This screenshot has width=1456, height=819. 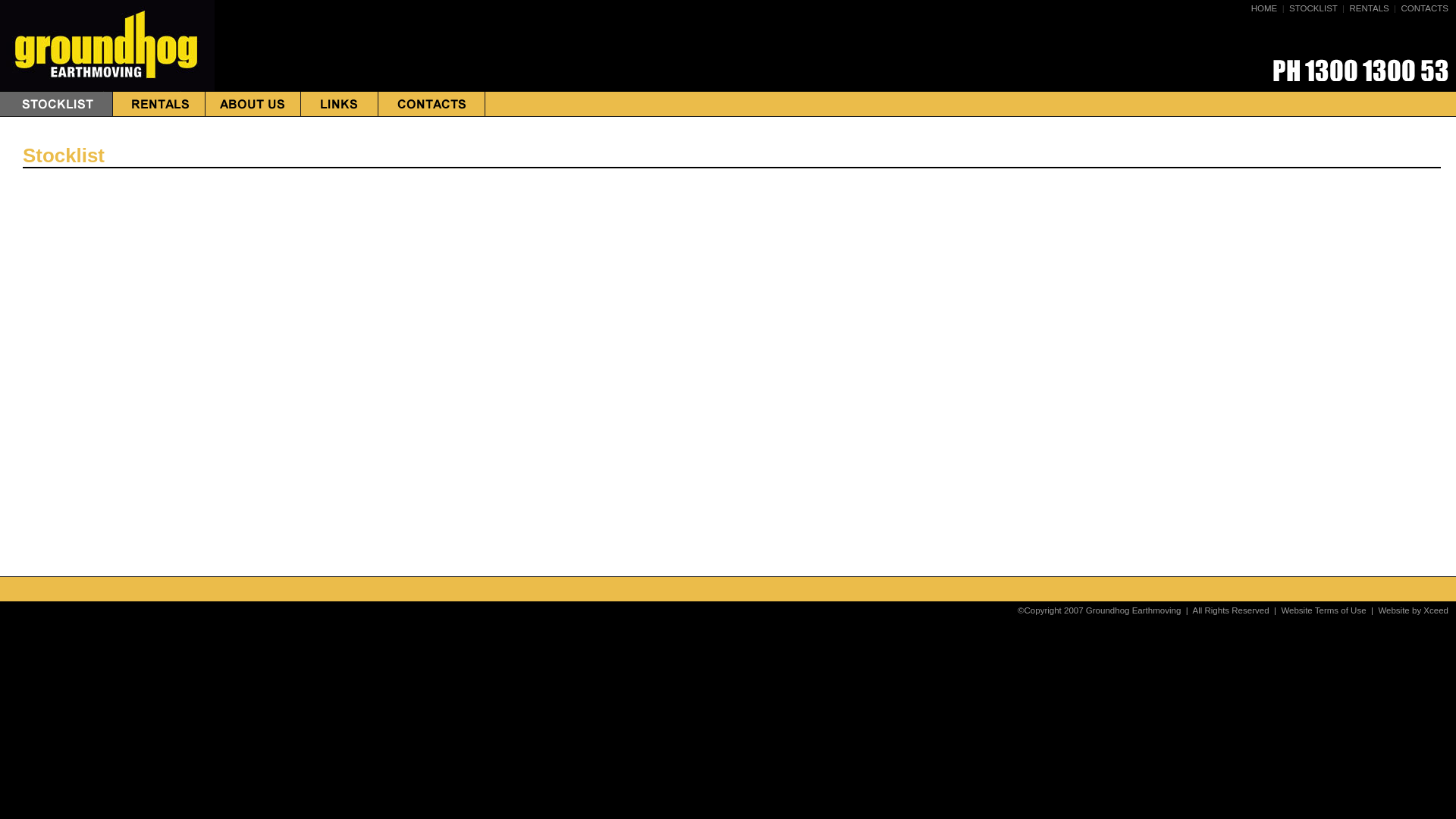 What do you see at coordinates (111, 111) in the screenshot?
I see `'RENTALS'` at bounding box center [111, 111].